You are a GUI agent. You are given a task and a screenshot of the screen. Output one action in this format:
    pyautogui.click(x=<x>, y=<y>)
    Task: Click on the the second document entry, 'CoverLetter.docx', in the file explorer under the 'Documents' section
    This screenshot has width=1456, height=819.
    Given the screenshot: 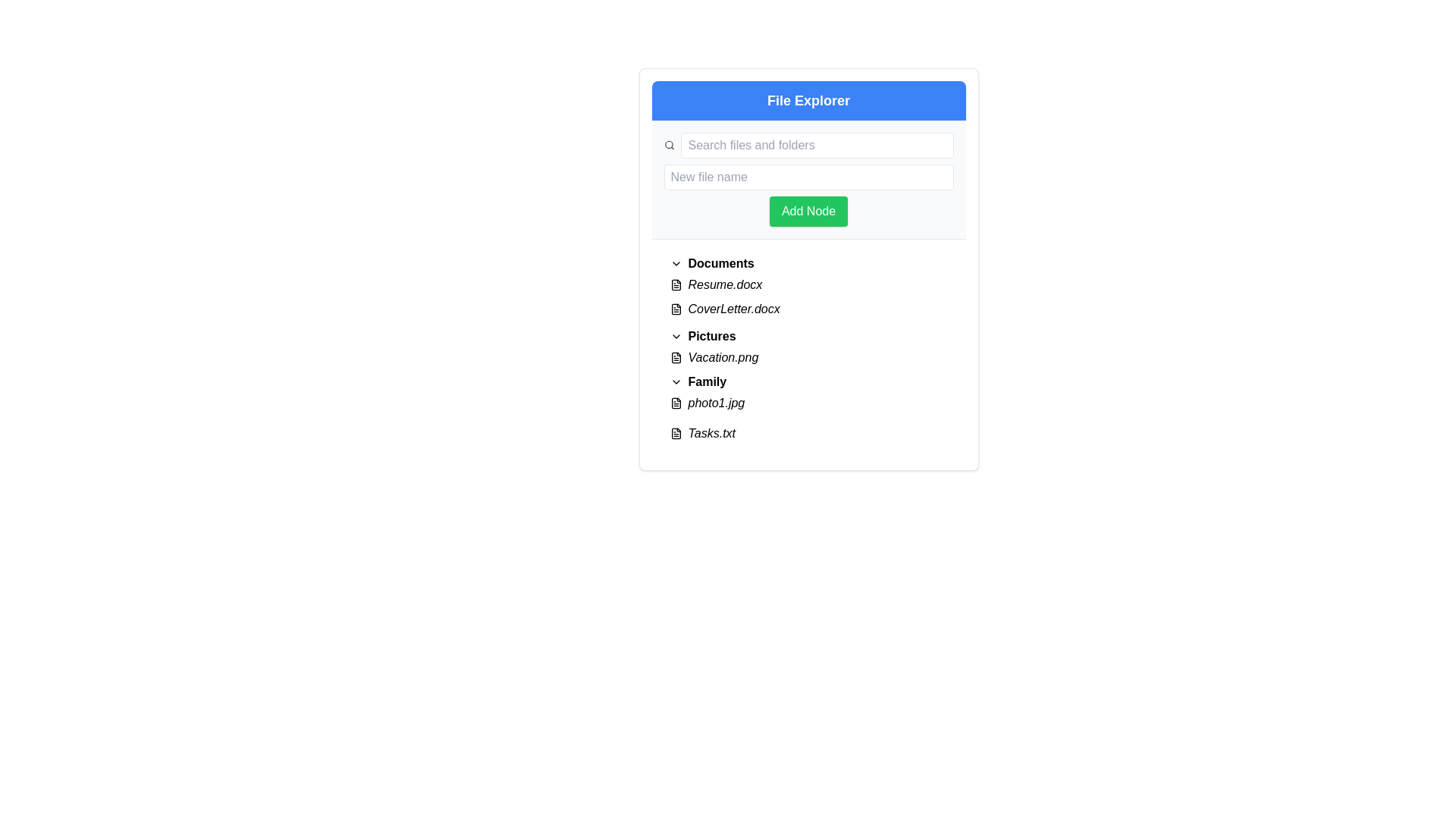 What is the action you would take?
    pyautogui.click(x=808, y=297)
    